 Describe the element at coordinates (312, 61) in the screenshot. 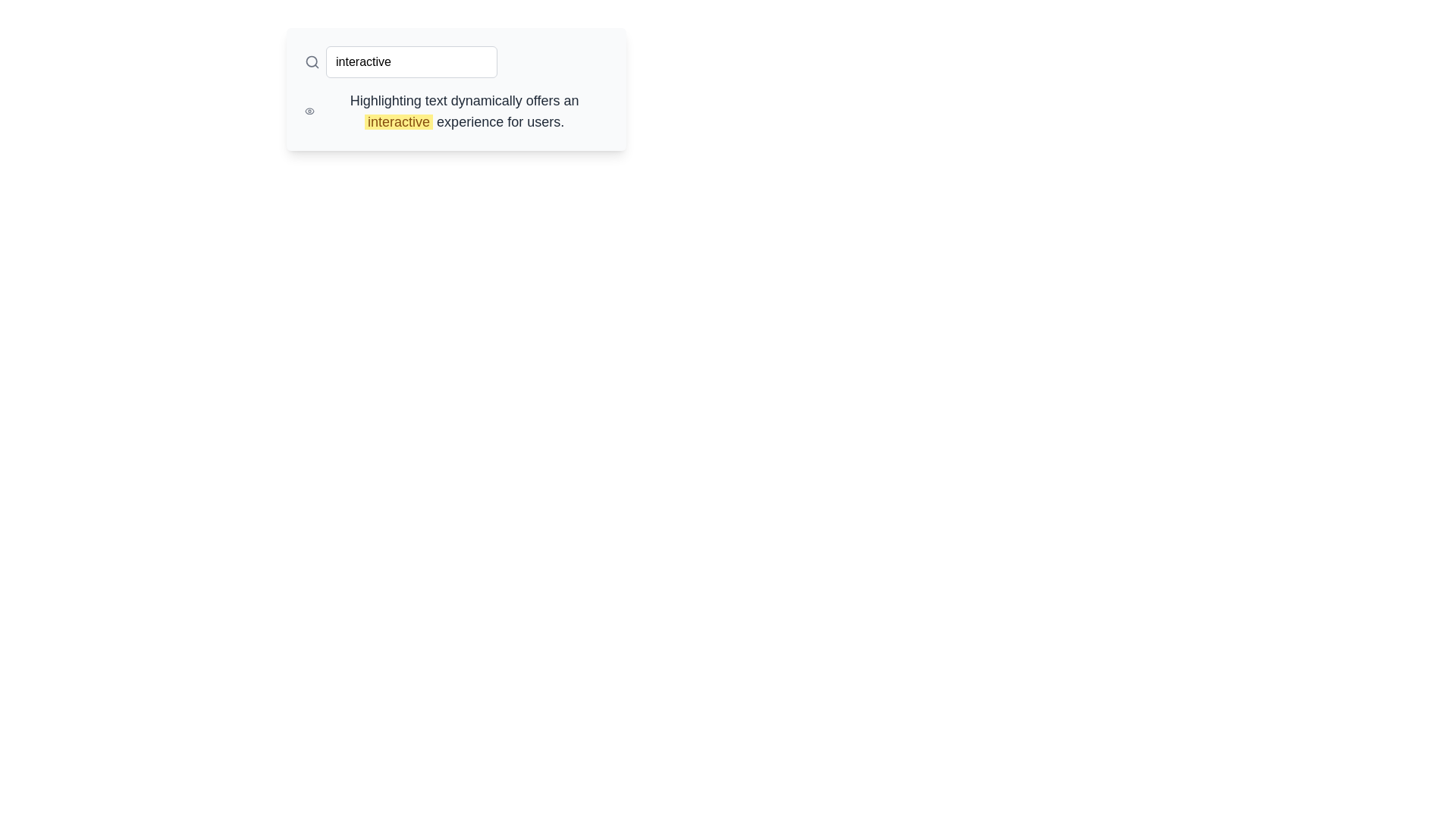

I see `the search icon located at the leftmost edge of the horizontal layout` at that location.